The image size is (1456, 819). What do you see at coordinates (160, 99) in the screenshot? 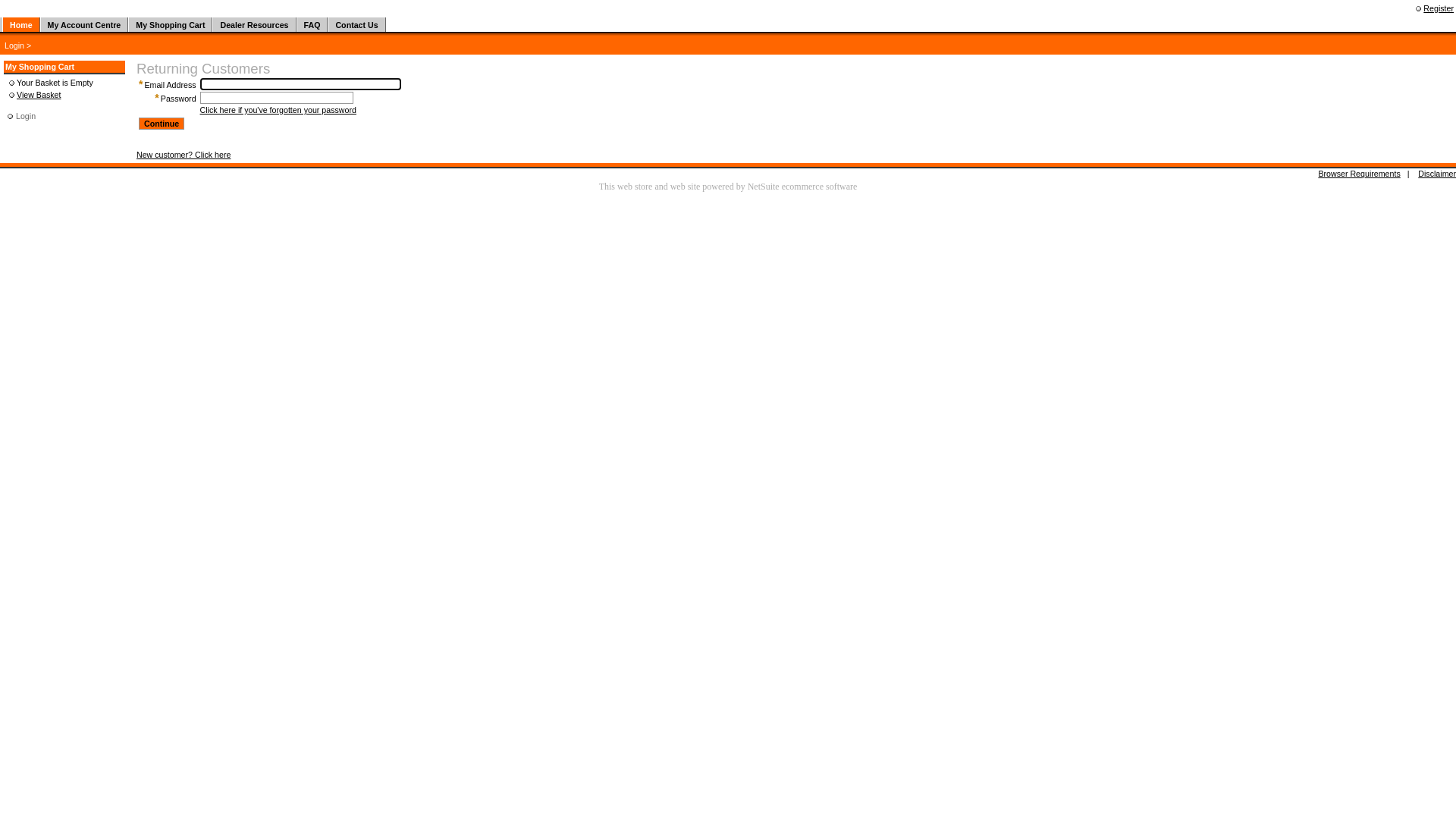
I see `'Password'` at bounding box center [160, 99].